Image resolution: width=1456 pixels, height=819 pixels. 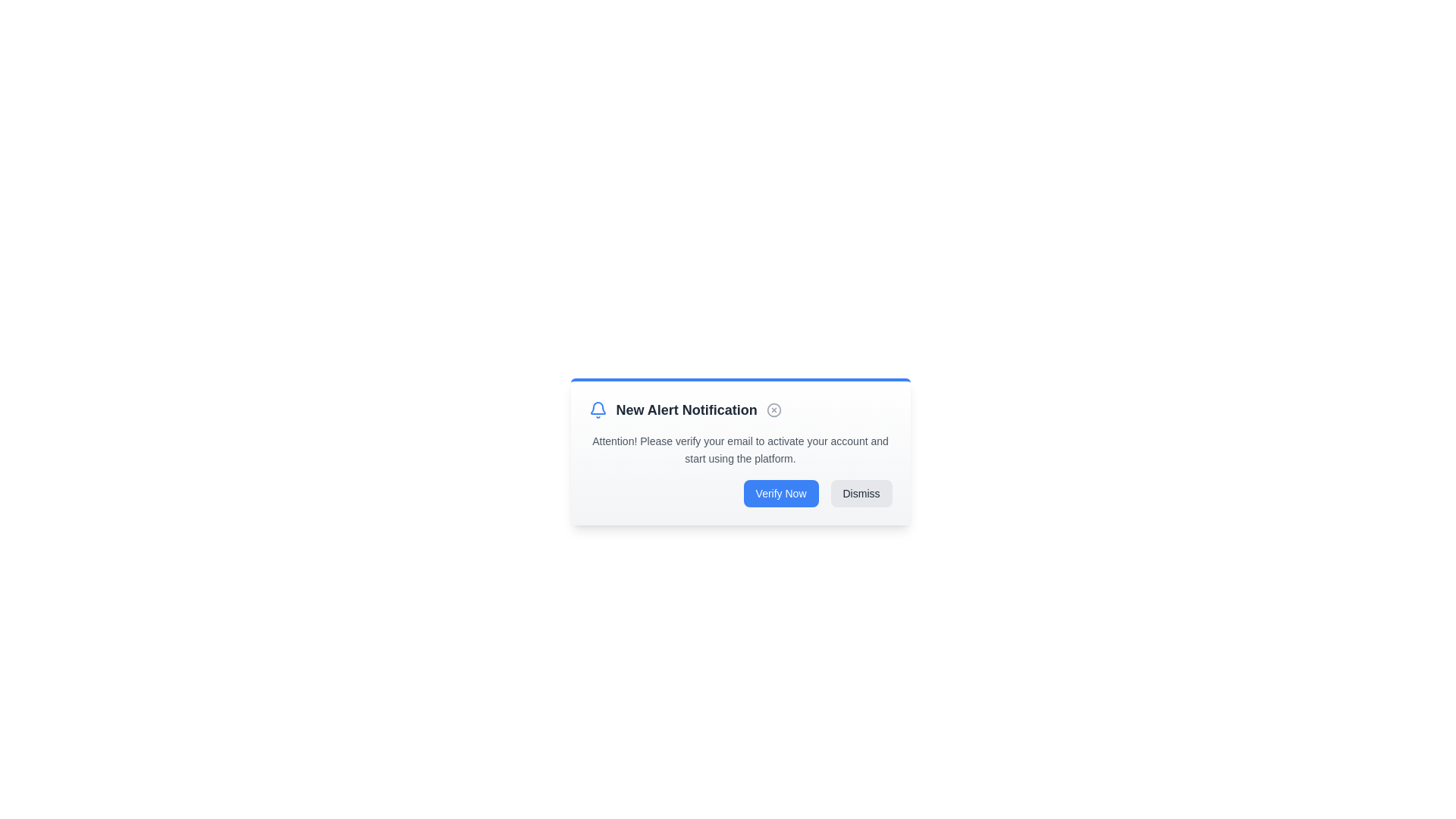 What do you see at coordinates (740, 449) in the screenshot?
I see `the text paragraph styled with a small font size and gray color that instructs users to verify their email, located in the middle section of the notification card` at bounding box center [740, 449].